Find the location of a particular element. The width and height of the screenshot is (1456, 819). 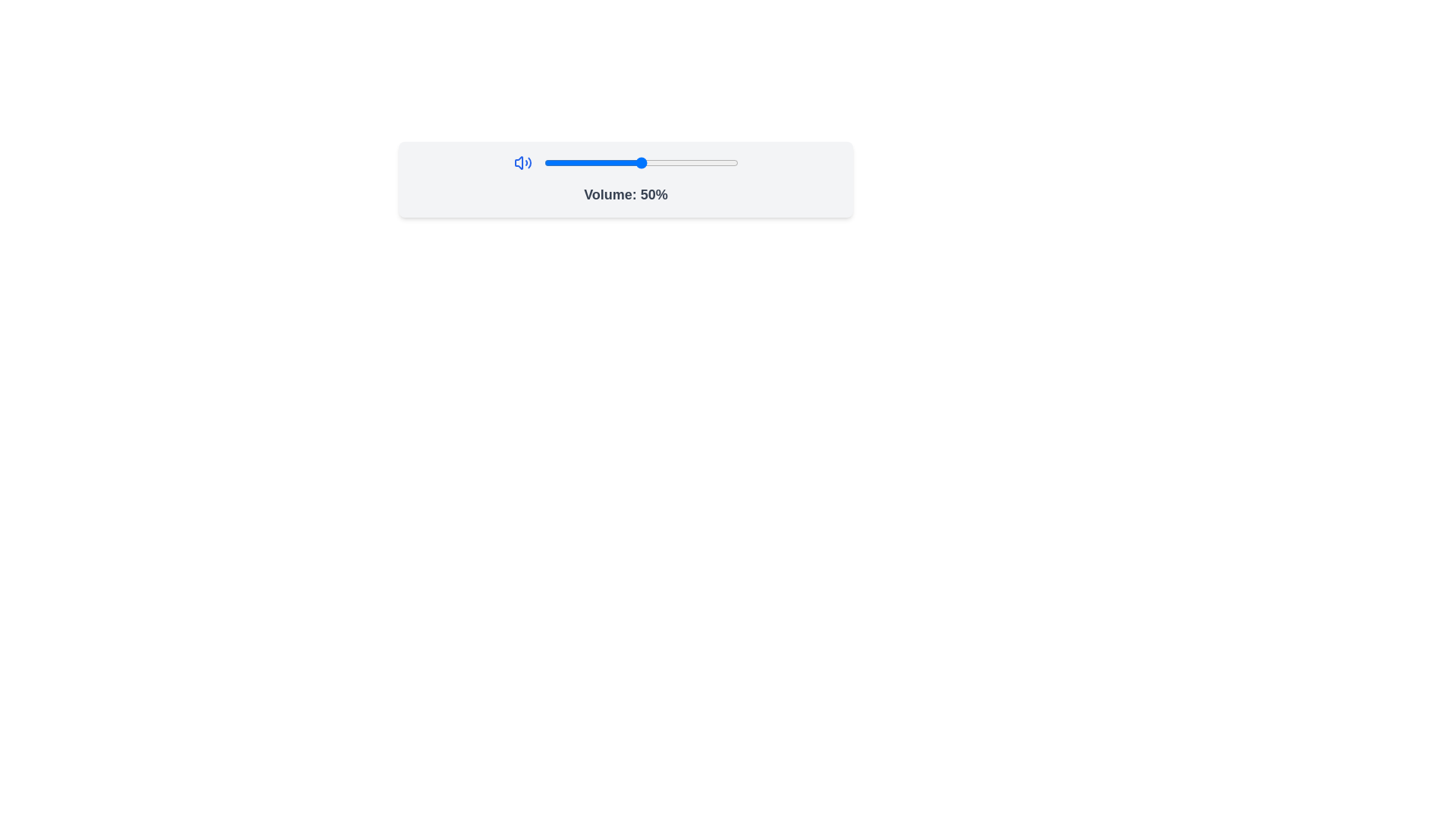

the volume is located at coordinates (651, 163).